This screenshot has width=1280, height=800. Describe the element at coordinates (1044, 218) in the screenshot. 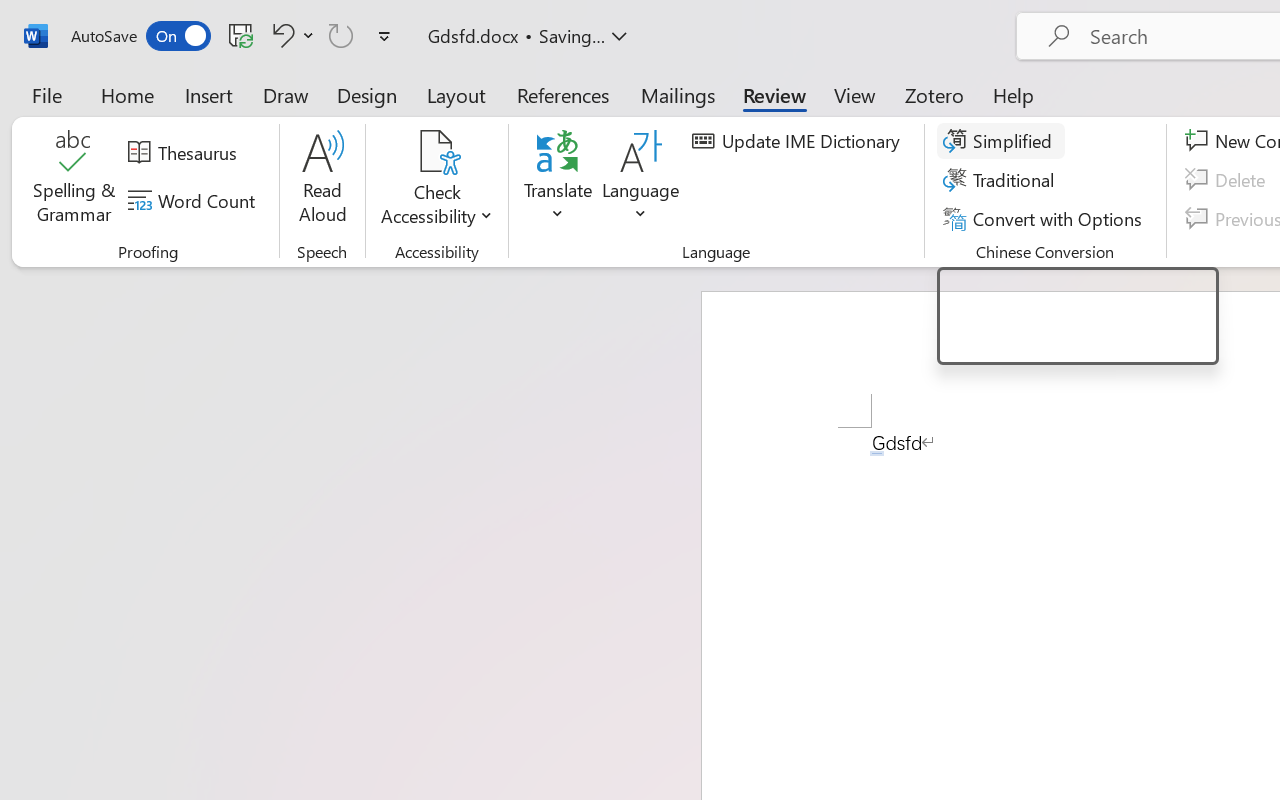

I see `'Convert with Options...'` at that location.